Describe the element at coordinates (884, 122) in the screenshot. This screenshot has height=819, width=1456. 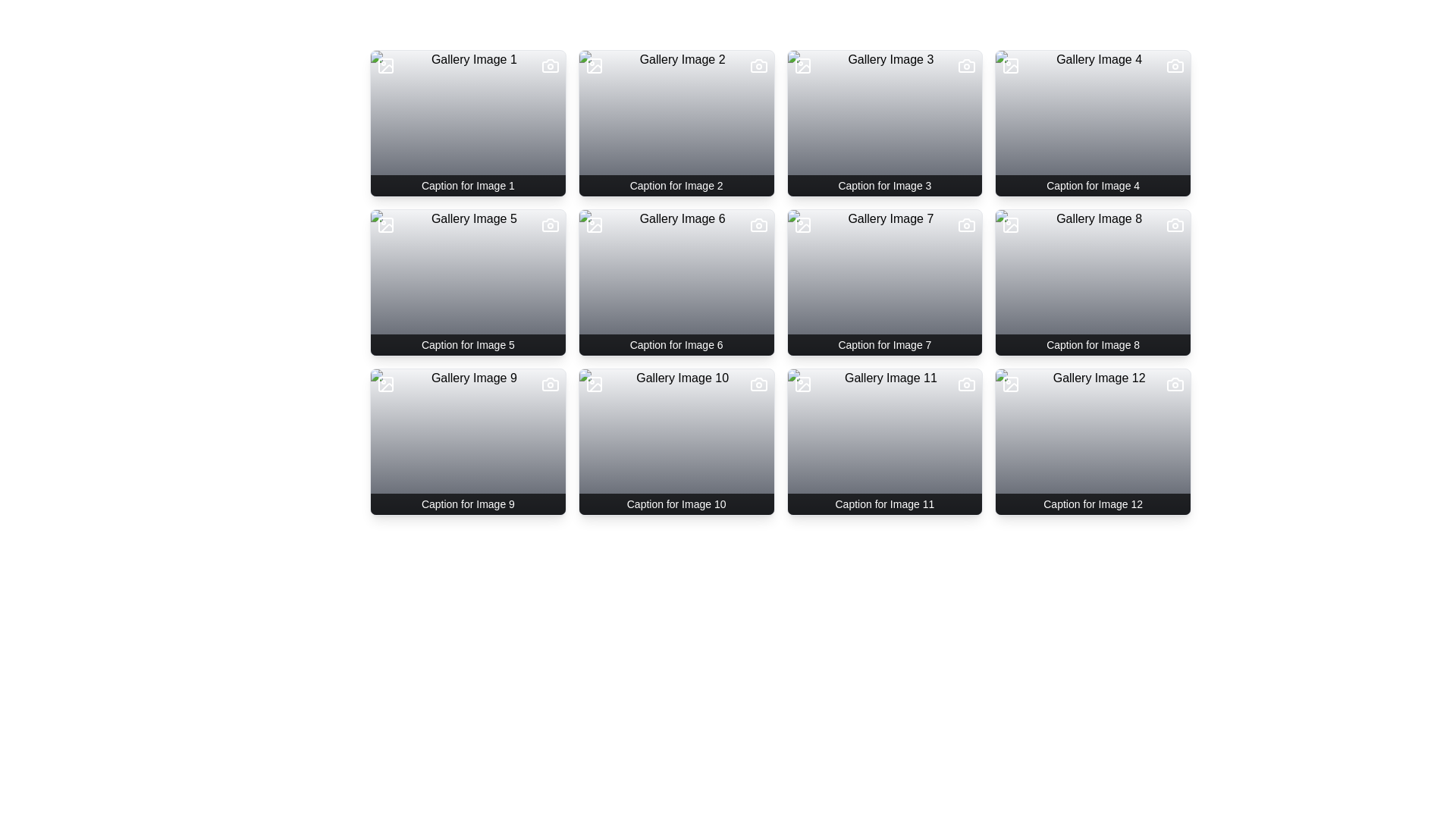
I see `the decorative background overlay located at the center of the 'Gallery Image 3' element in the first row and third column of the grid` at that location.